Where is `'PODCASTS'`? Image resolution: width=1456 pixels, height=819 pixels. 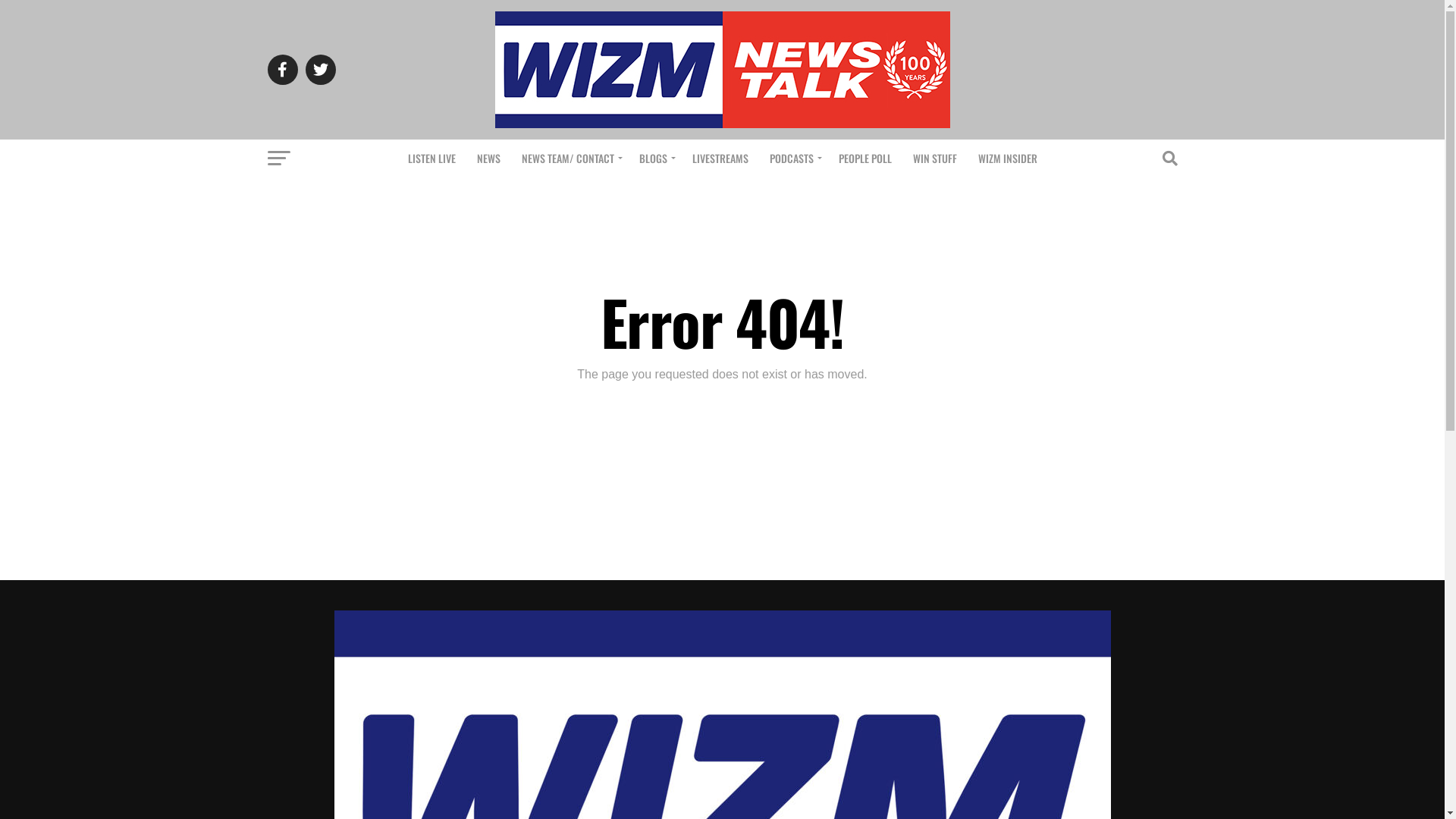
'PODCASTS' is located at coordinates (760, 158).